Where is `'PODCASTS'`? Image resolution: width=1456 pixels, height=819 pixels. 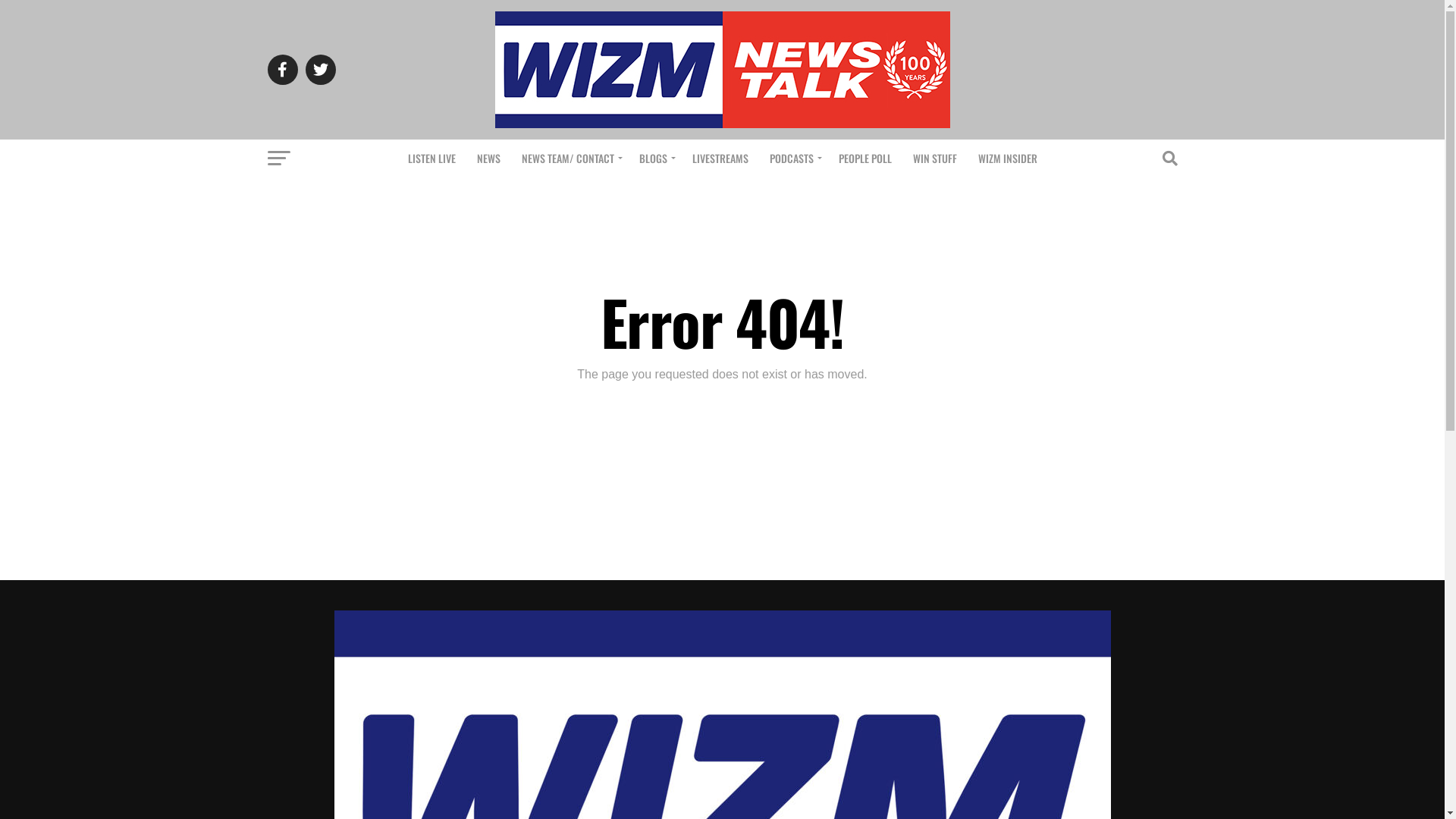
'PODCASTS' is located at coordinates (760, 158).